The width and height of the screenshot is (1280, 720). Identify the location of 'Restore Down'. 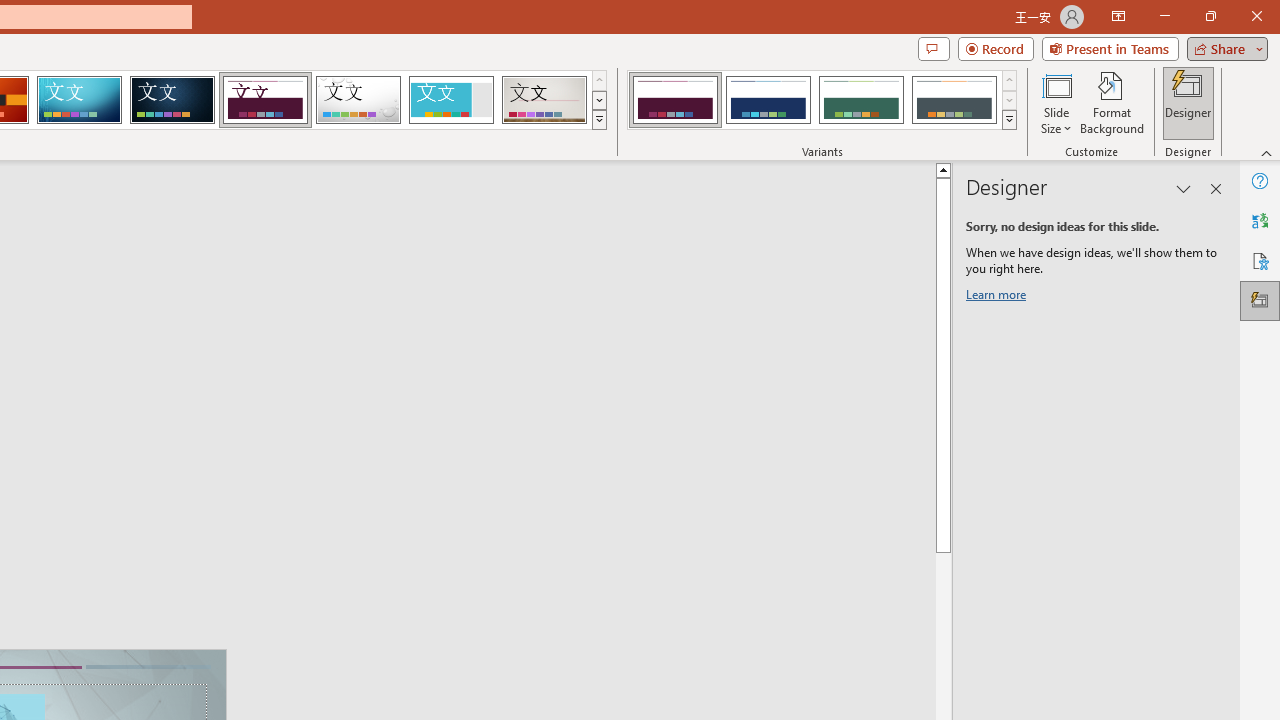
(1209, 16).